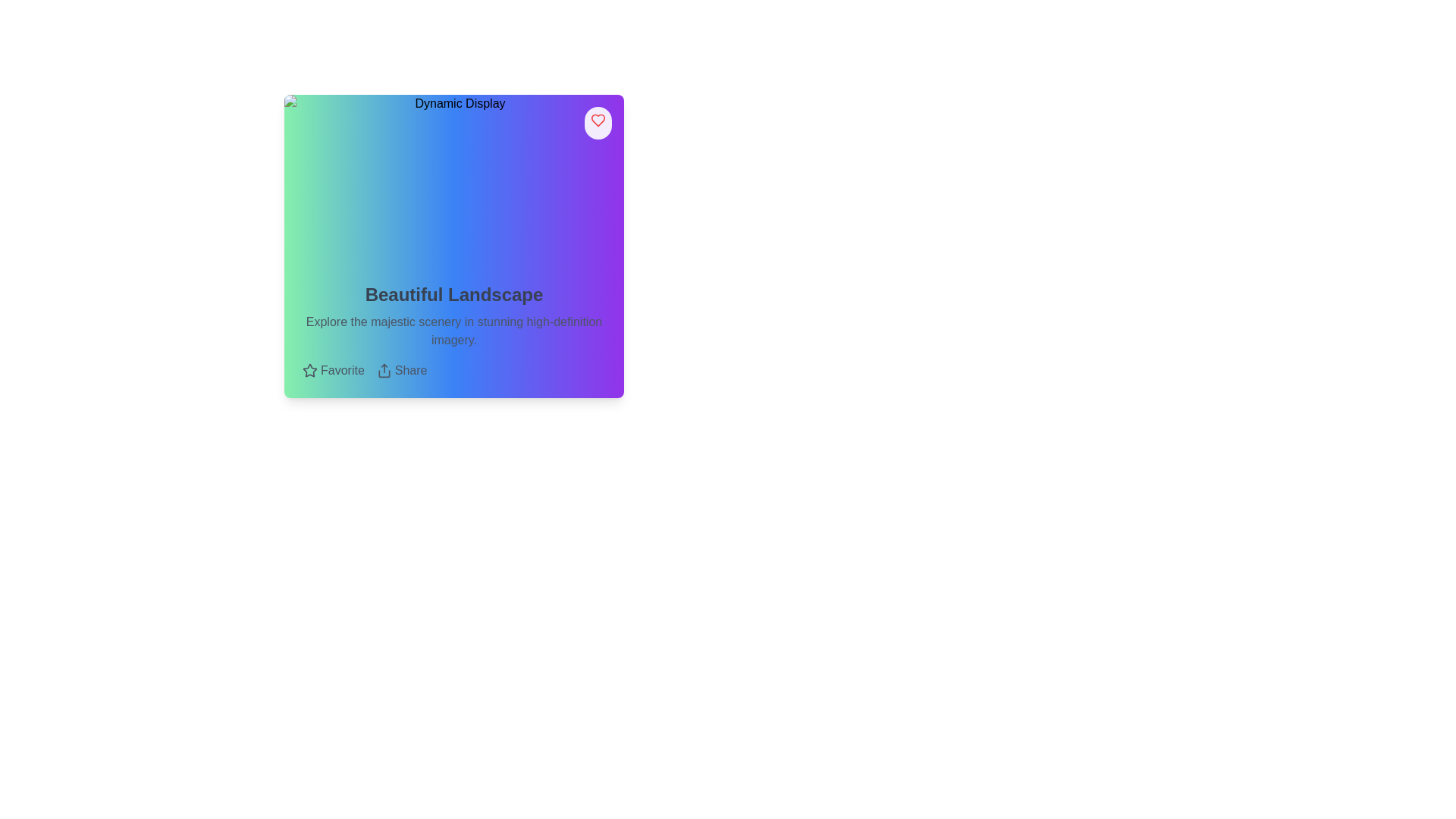 This screenshot has height=819, width=1456. I want to click on the share icon button located to the left of the text 'Share' to initiate a share action, so click(384, 371).